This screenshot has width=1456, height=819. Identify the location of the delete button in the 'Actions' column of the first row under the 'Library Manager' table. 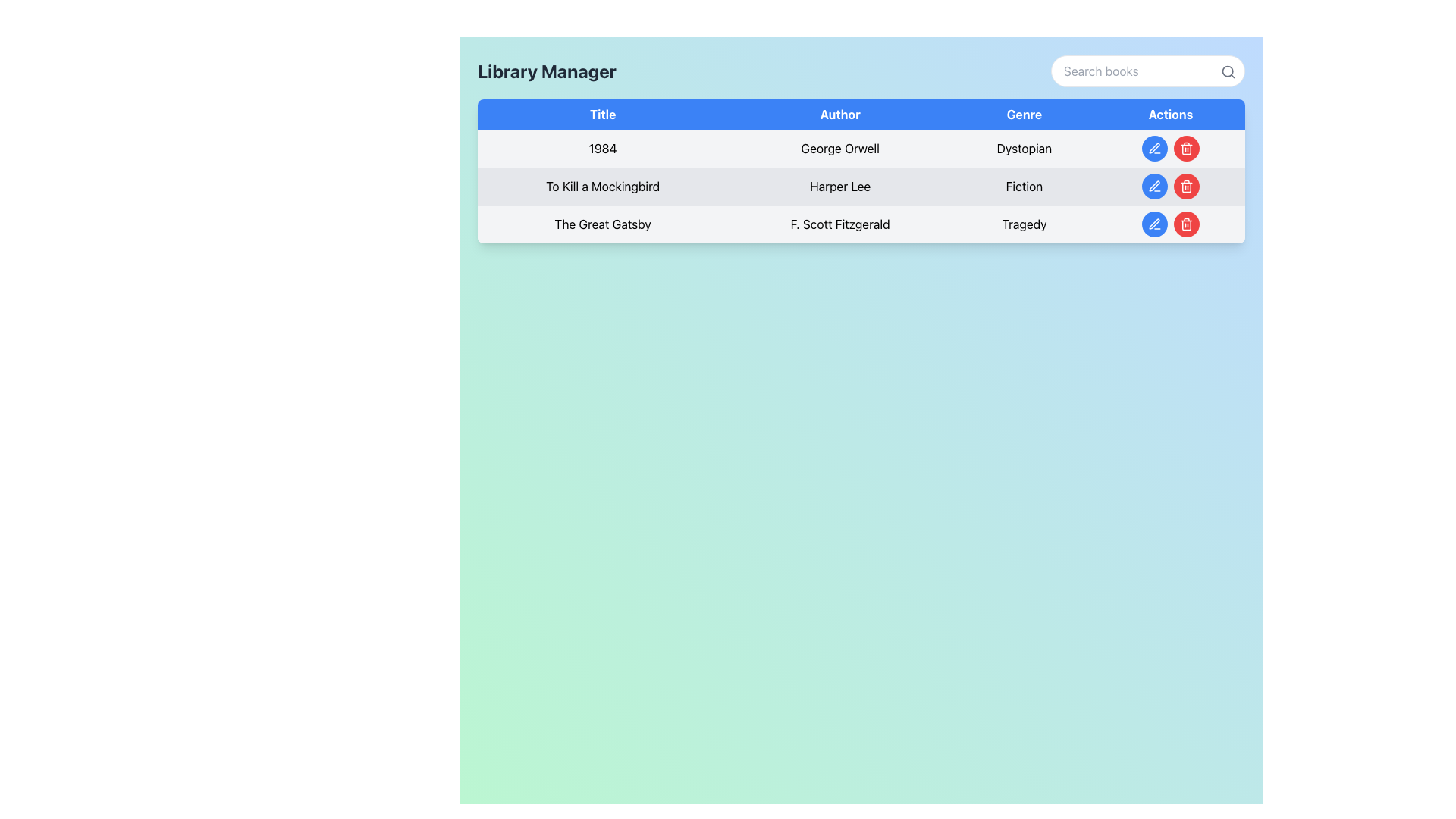
(1185, 149).